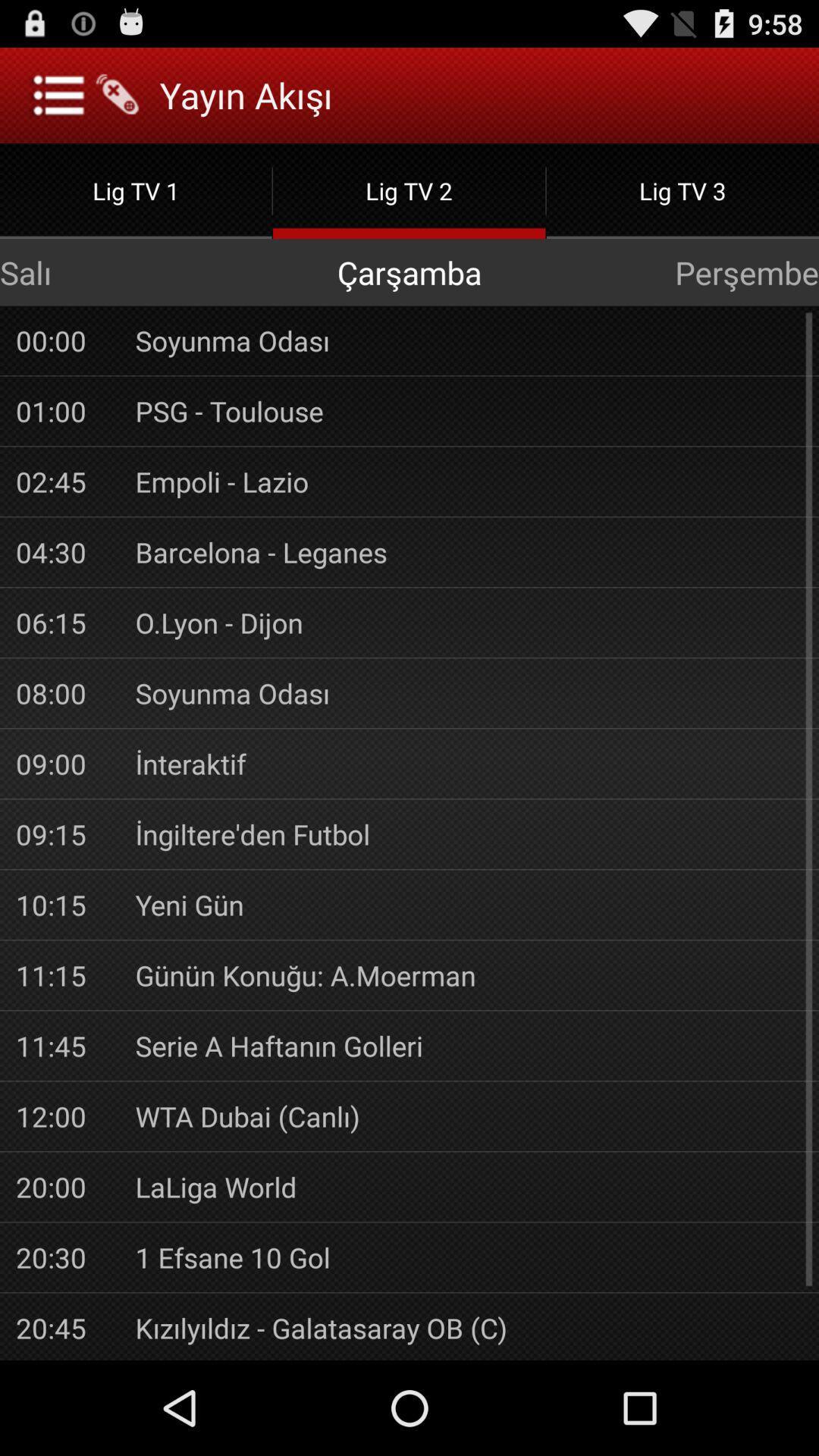 This screenshot has width=819, height=1456. Describe the element at coordinates (468, 975) in the screenshot. I see `the app to the right of 11:15 app` at that location.